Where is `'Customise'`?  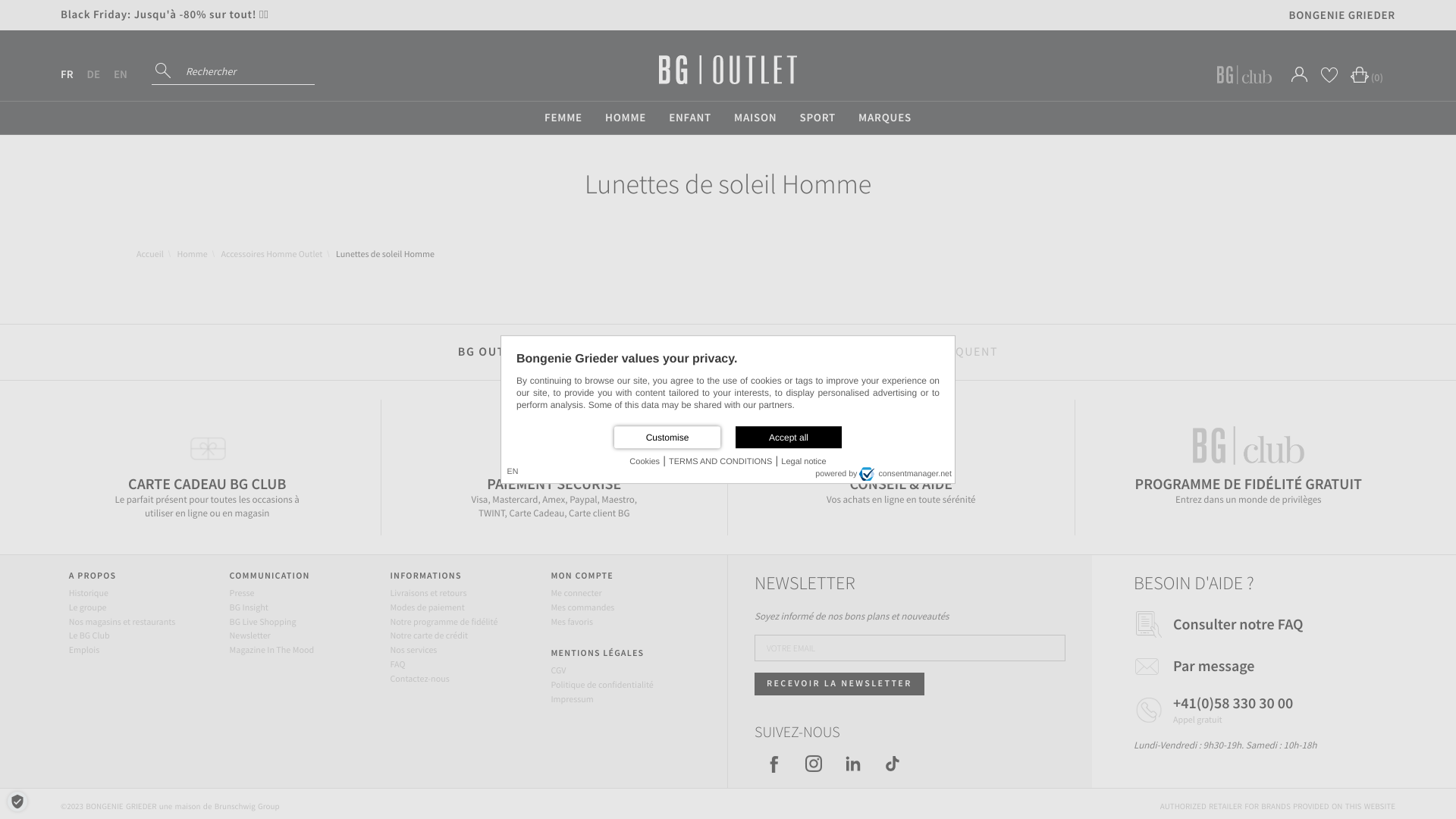 'Customise' is located at coordinates (667, 437).